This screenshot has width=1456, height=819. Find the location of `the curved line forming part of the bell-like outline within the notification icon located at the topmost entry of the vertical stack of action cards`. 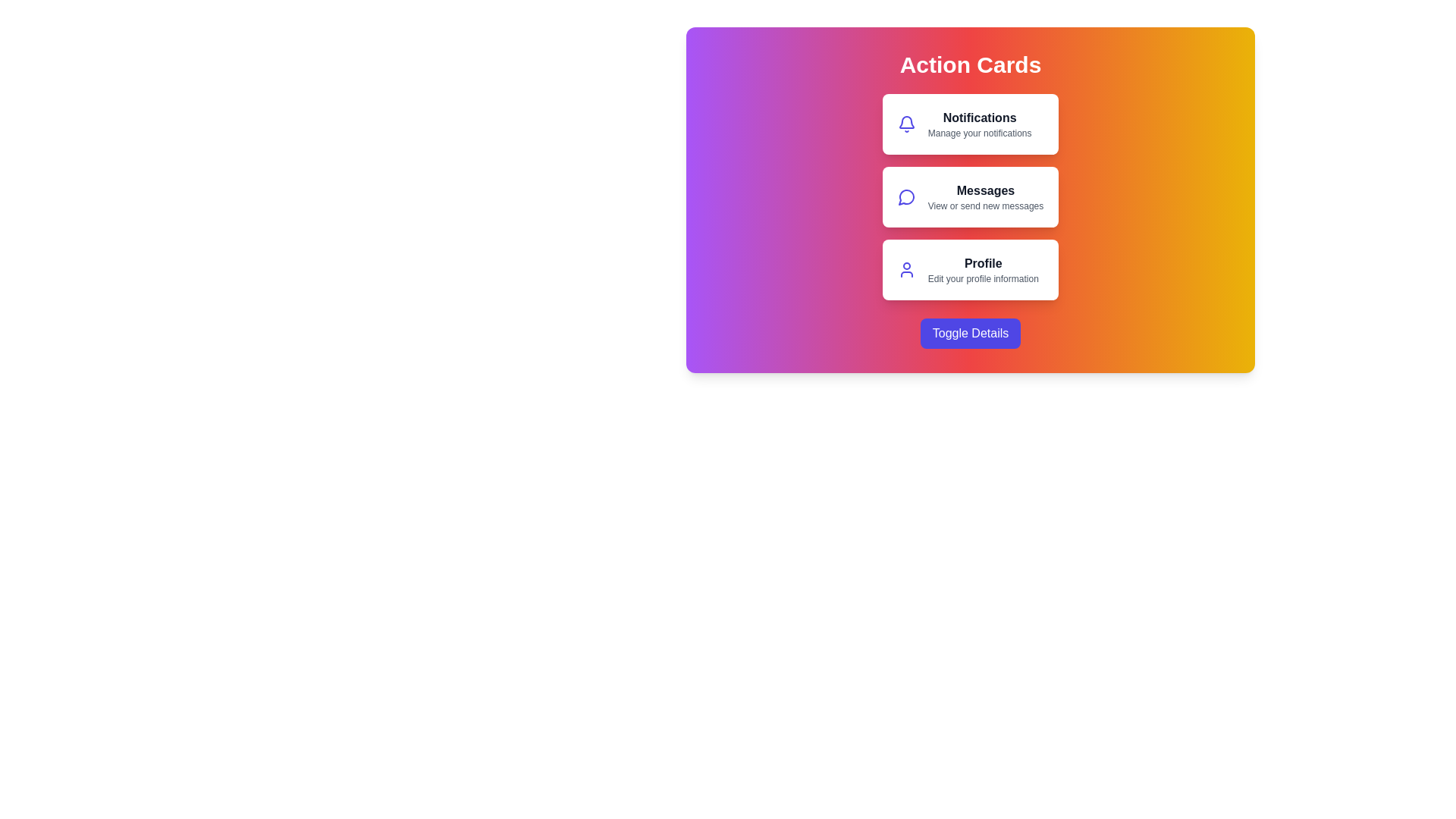

the curved line forming part of the bell-like outline within the notification icon located at the topmost entry of the vertical stack of action cards is located at coordinates (906, 121).